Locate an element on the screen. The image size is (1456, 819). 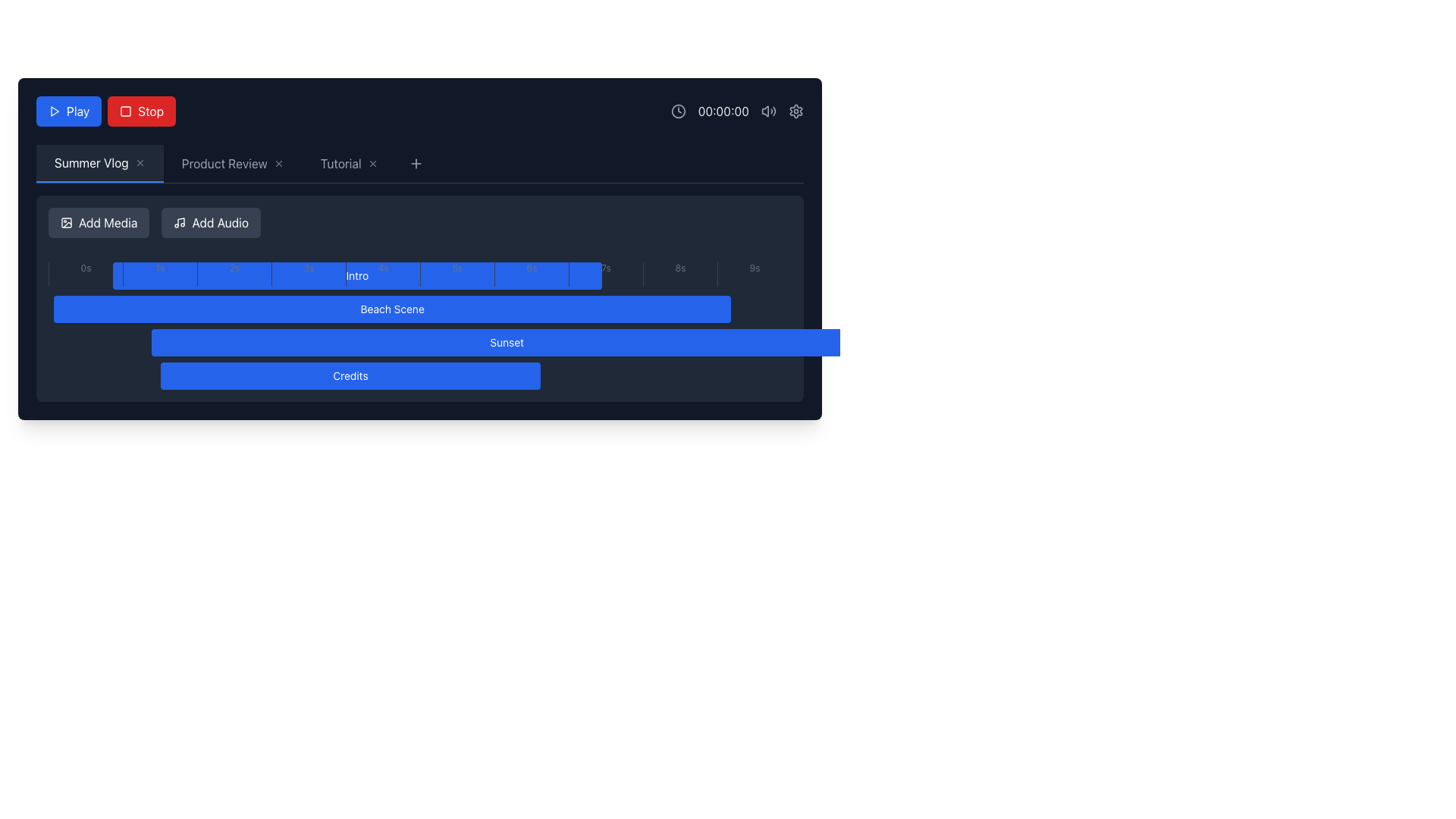
the 'X' button located at the right end of the 'Product Review' tab is located at coordinates (278, 164).